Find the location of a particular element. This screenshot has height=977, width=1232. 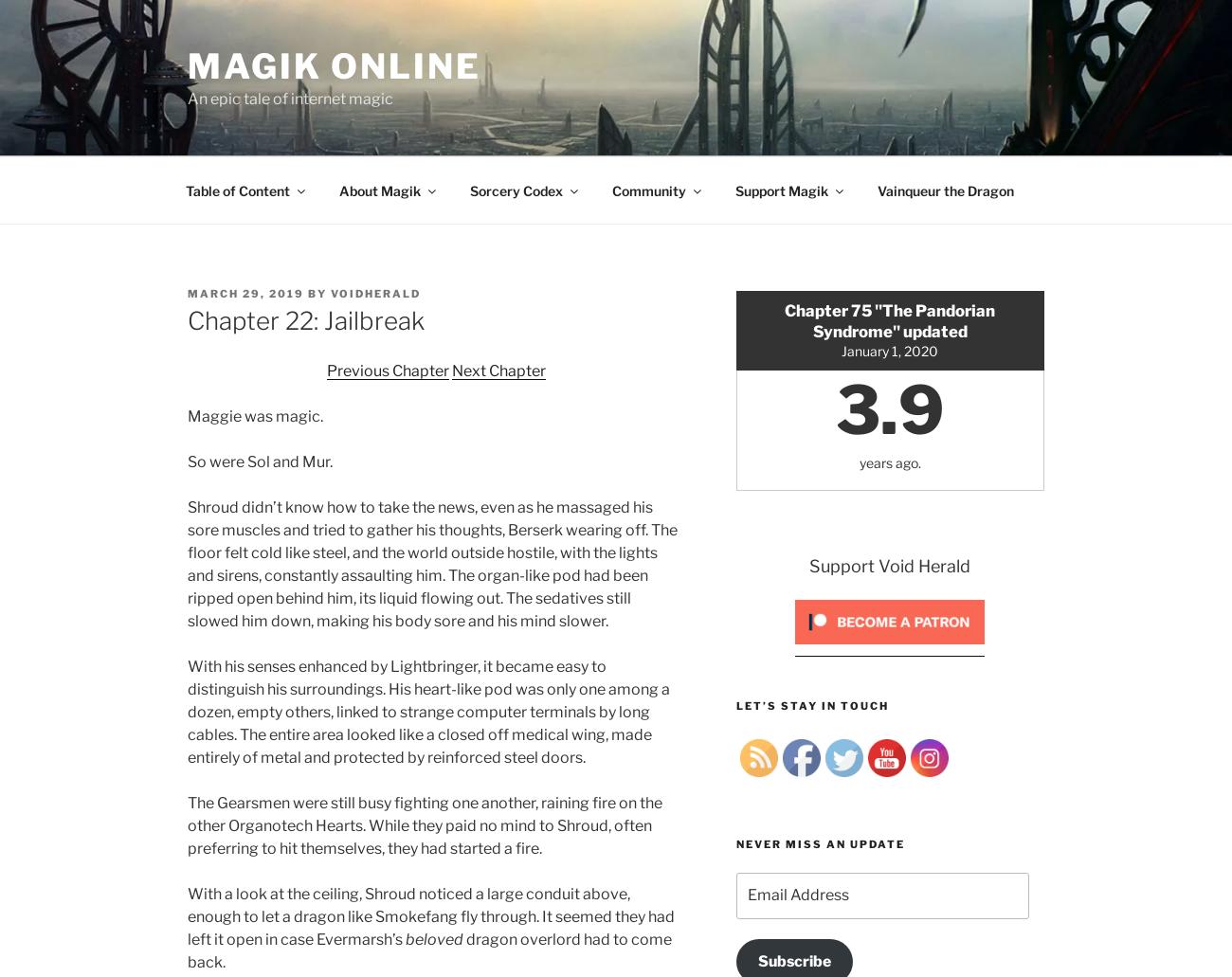

'Chapter 75 "The Pandorian Syndrome" updated' is located at coordinates (889, 319).